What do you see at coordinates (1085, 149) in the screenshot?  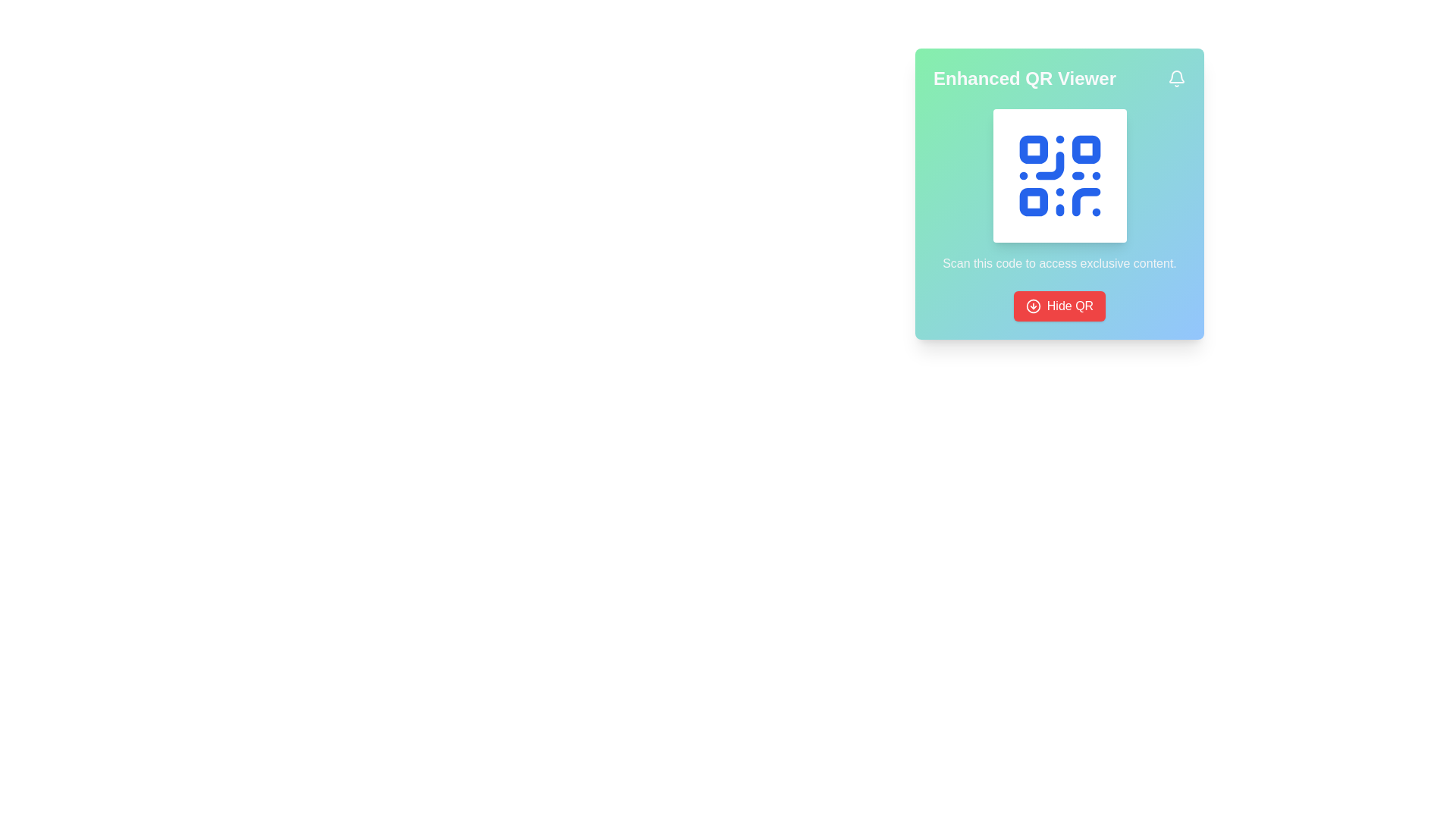 I see `the second small square in the upper right corner of the QR code representation, which contributes to the visual pattern of the QR code` at bounding box center [1085, 149].